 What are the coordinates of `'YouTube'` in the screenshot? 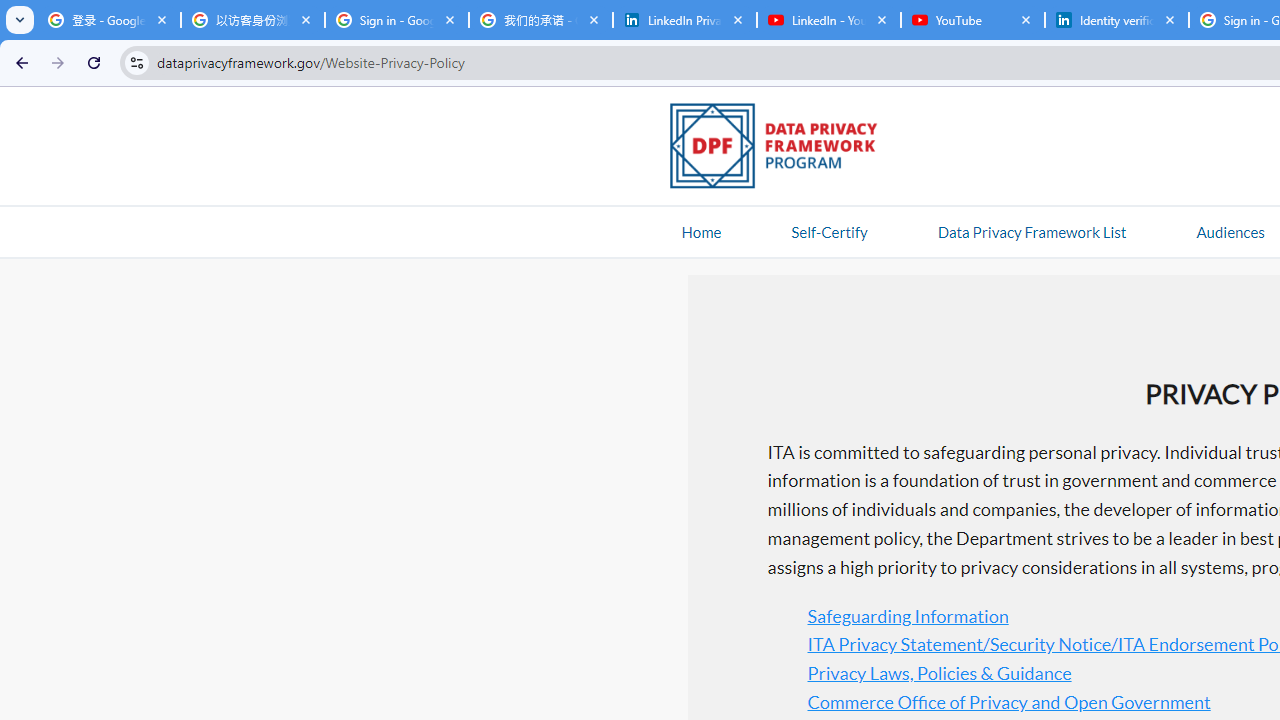 It's located at (972, 20).